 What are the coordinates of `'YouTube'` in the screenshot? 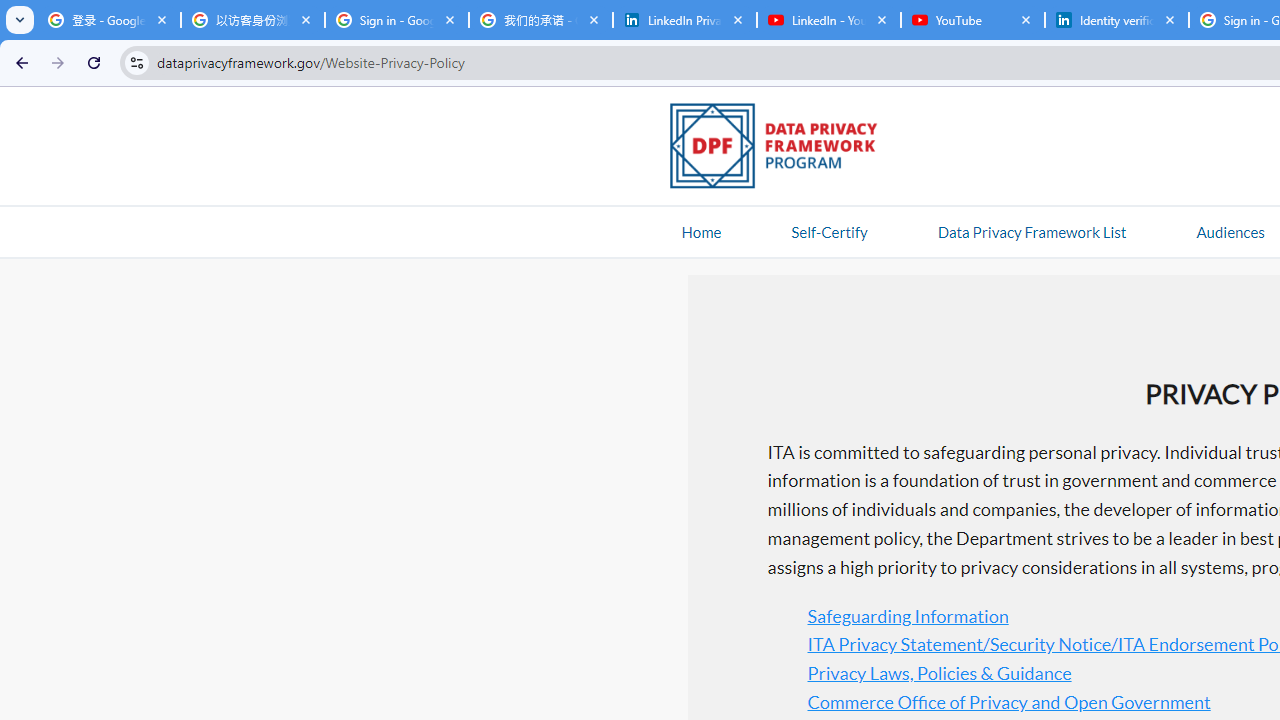 It's located at (972, 20).